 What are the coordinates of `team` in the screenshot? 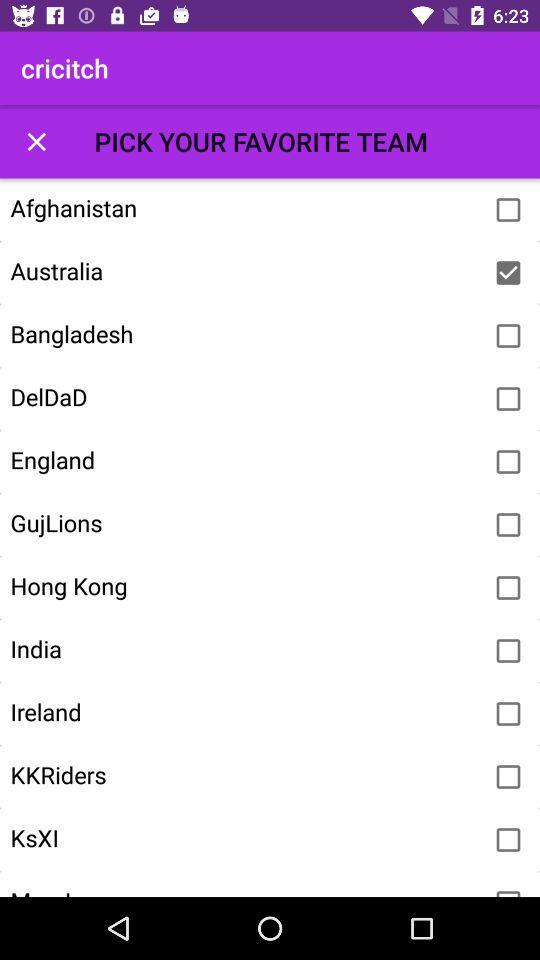 It's located at (508, 649).